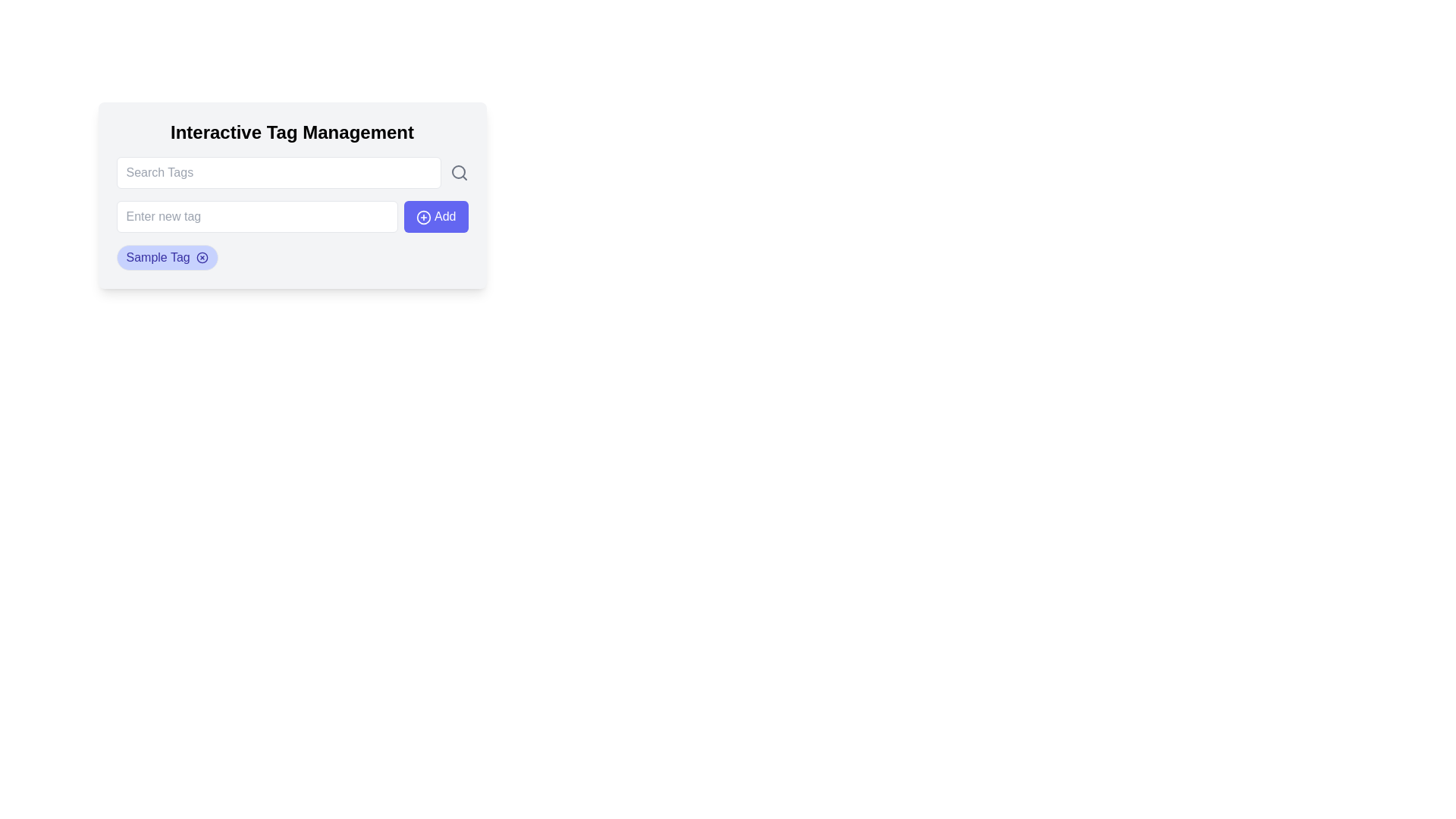  Describe the element at coordinates (292, 131) in the screenshot. I see `the heading text 'Interactive Tag Management' which is displayed in bold, large font at the top of a white card with rounded corners` at that location.